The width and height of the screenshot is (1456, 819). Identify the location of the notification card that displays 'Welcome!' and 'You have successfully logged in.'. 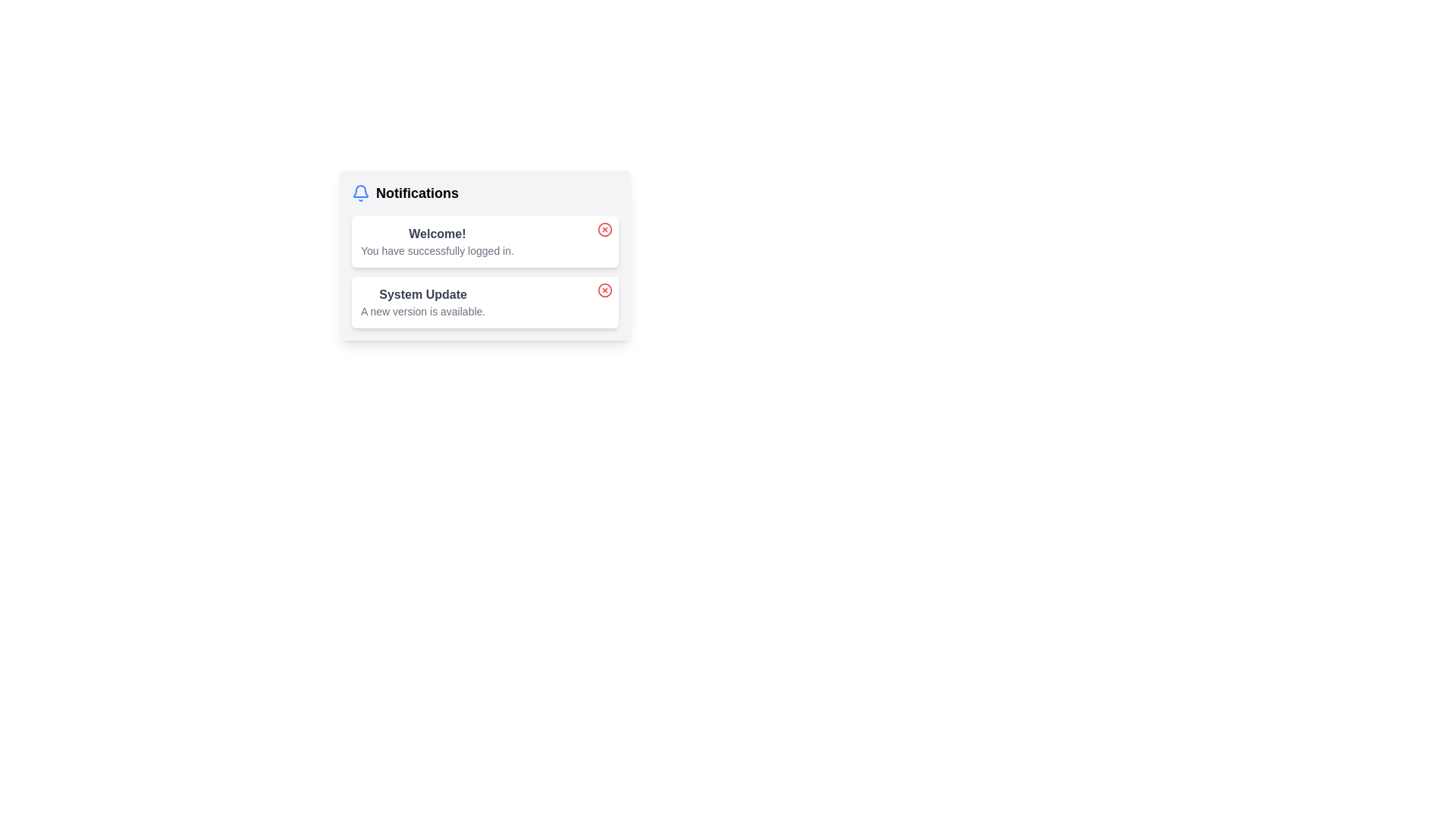
(484, 241).